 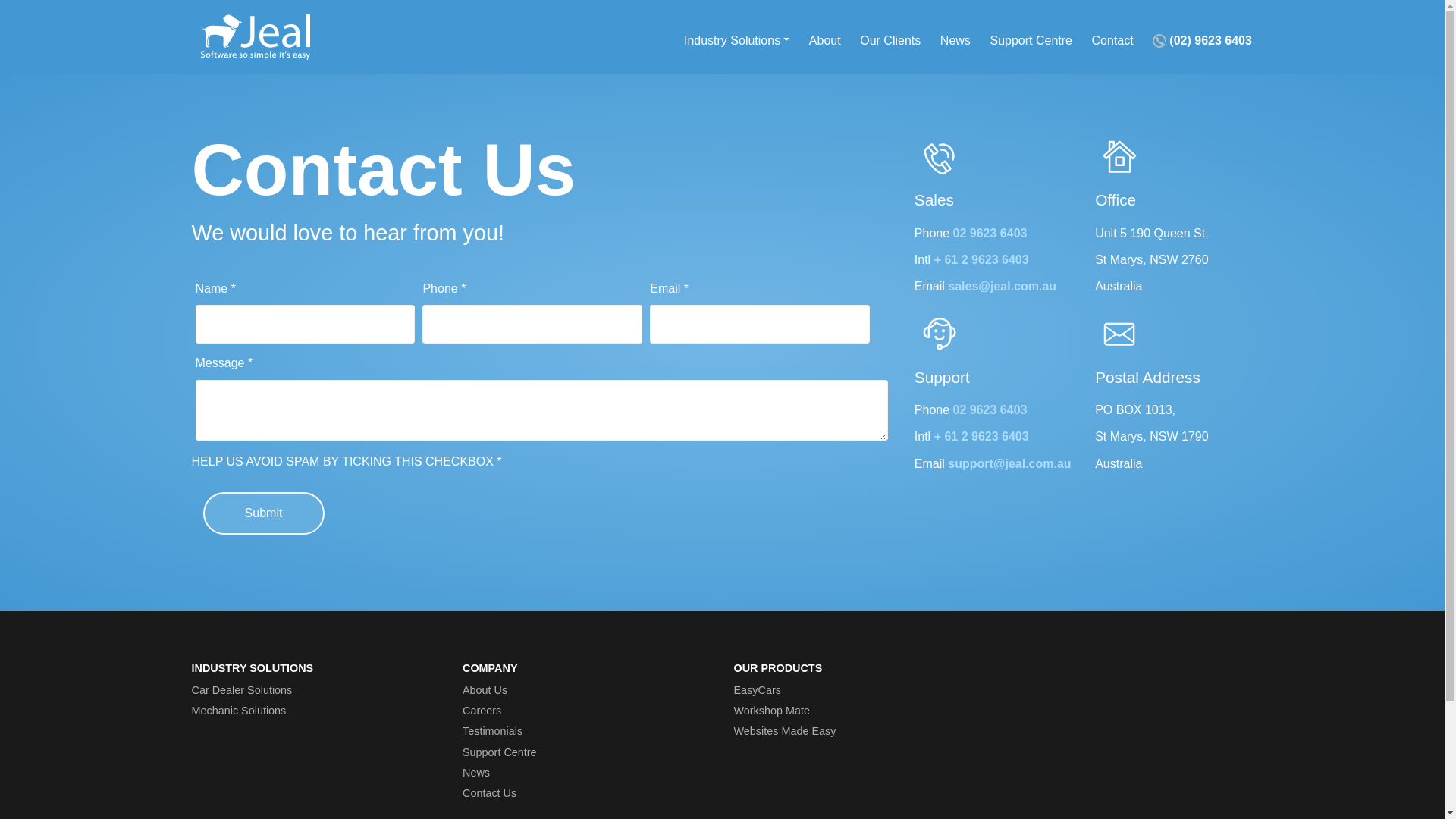 What do you see at coordinates (240, 690) in the screenshot?
I see `'Car Dealer Solutions'` at bounding box center [240, 690].